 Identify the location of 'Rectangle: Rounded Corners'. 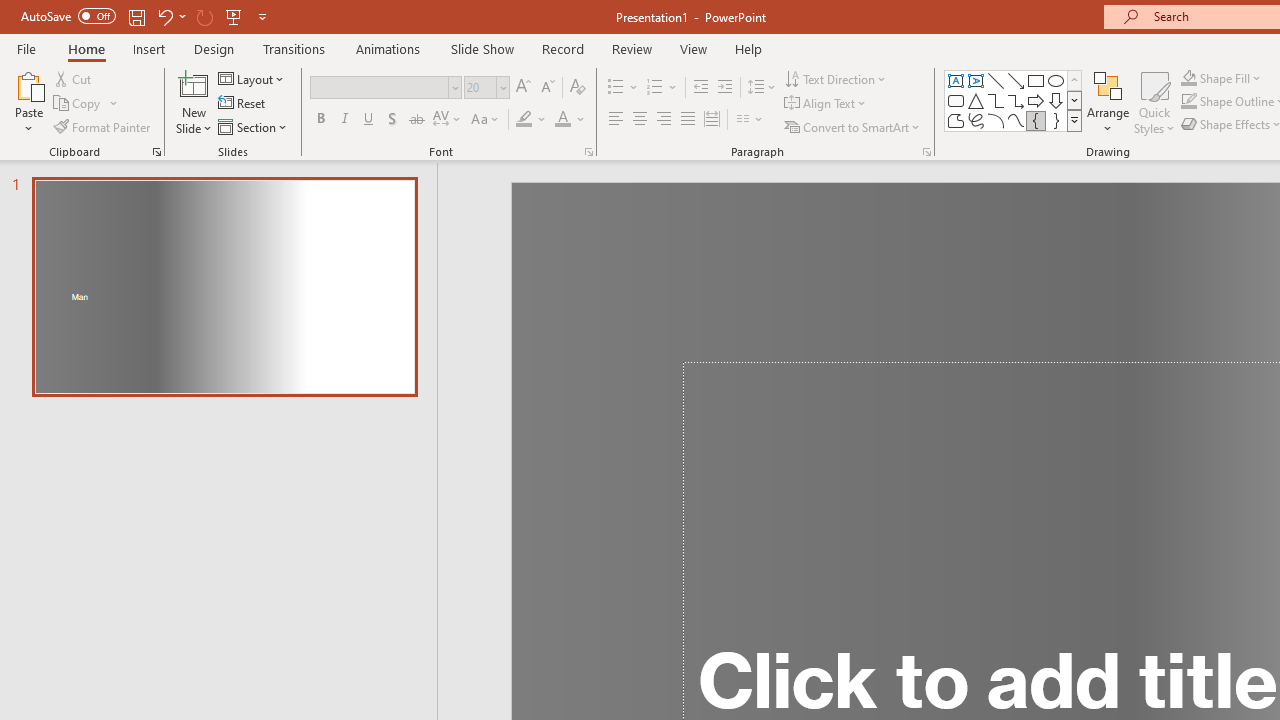
(955, 100).